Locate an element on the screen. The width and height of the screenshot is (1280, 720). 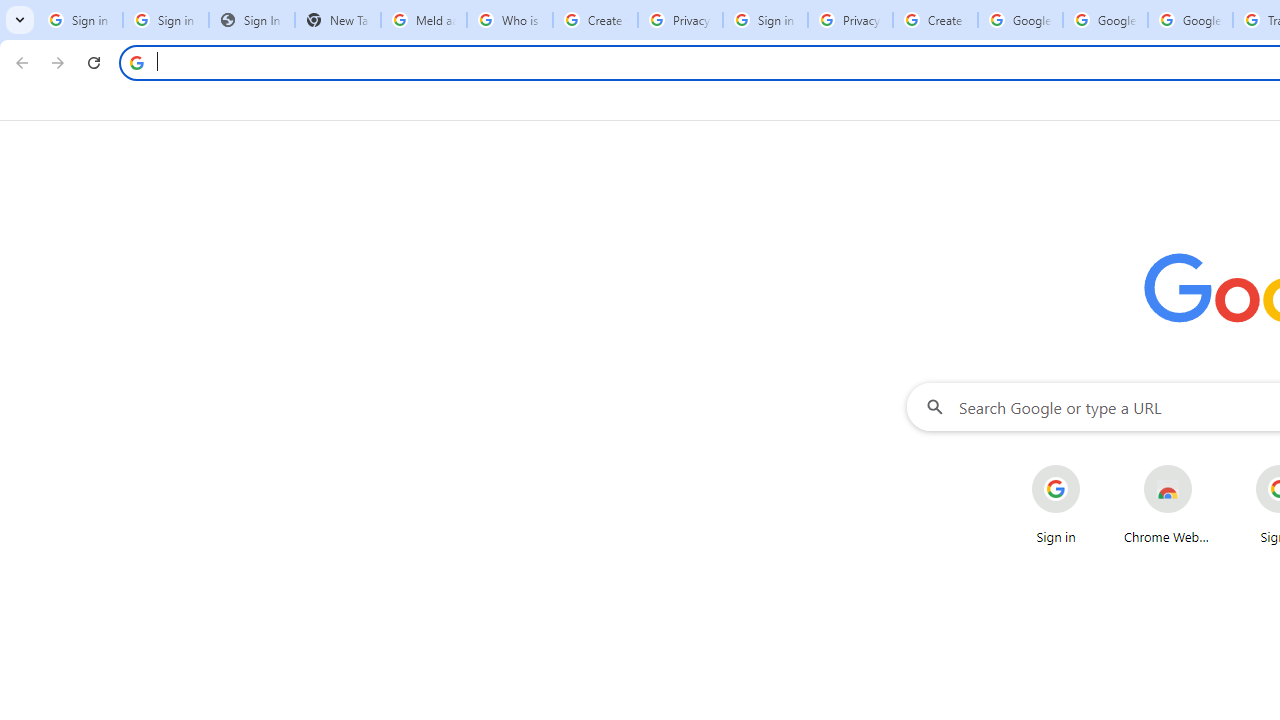
'Sign in - Google Accounts' is located at coordinates (764, 20).